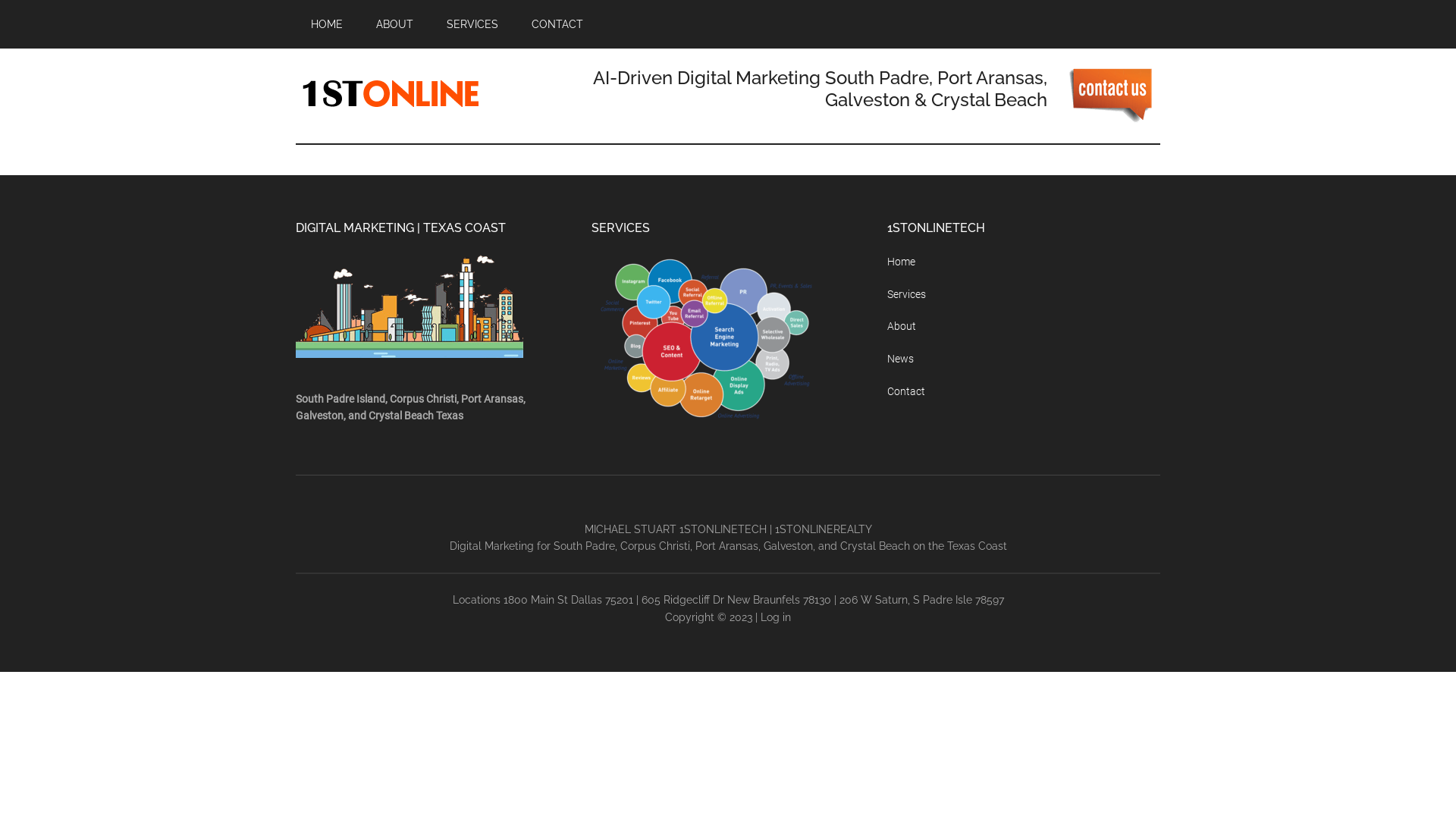  What do you see at coordinates (900, 359) in the screenshot?
I see `'News'` at bounding box center [900, 359].